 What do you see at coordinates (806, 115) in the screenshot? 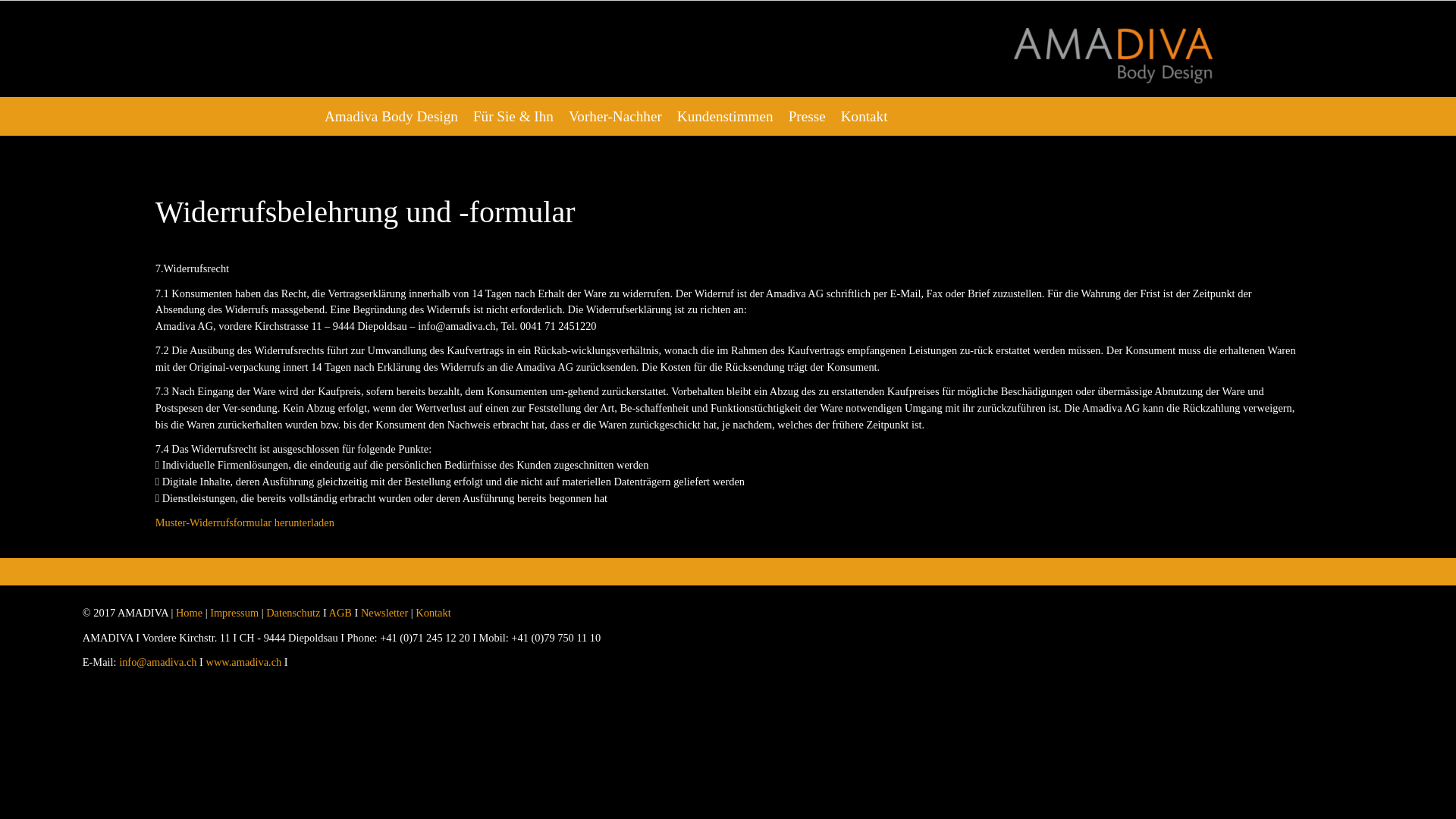
I see `'Presse'` at bounding box center [806, 115].